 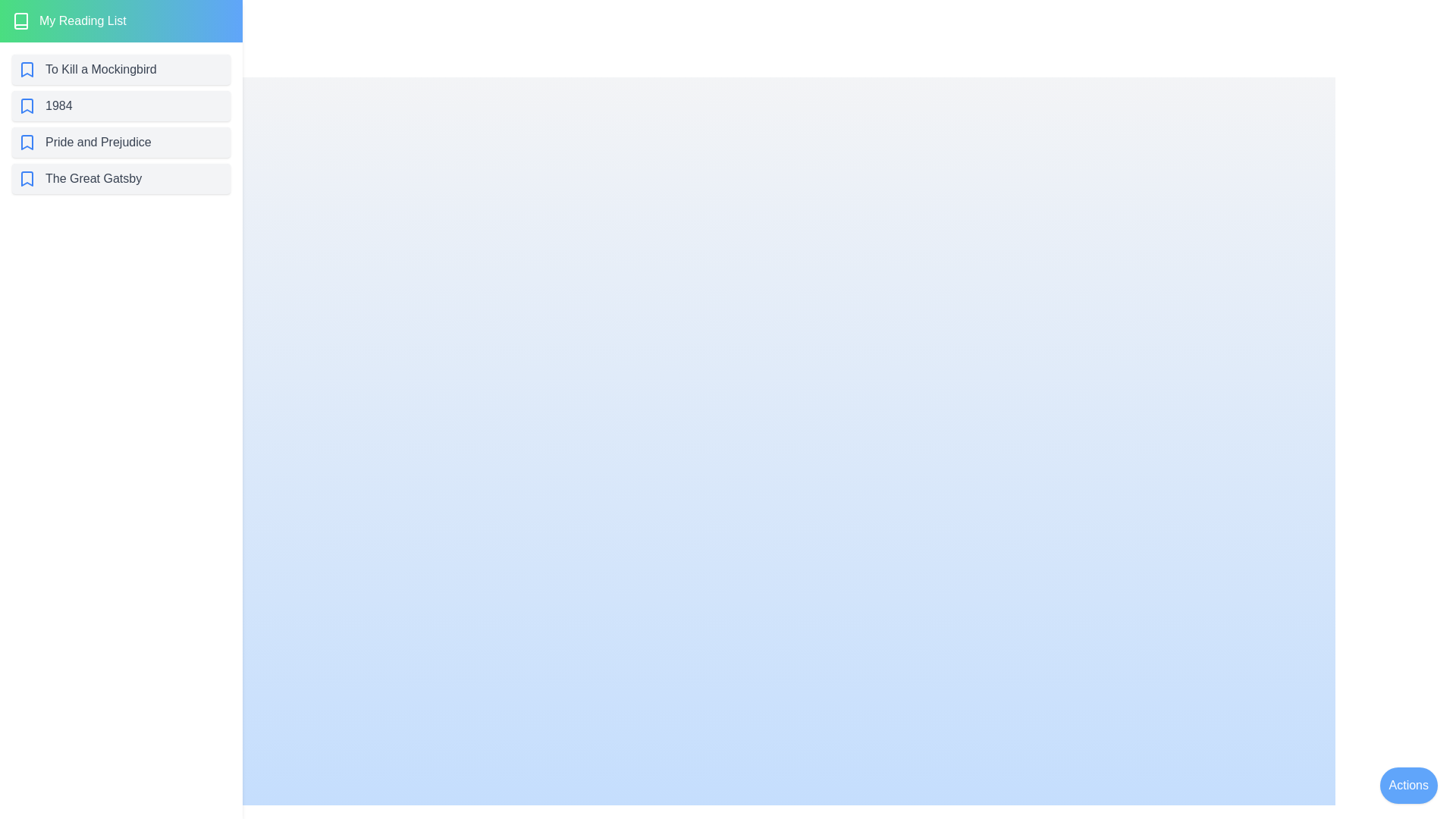 What do you see at coordinates (120, 143) in the screenshot?
I see `the book titled Pride and Prejudice from the list` at bounding box center [120, 143].